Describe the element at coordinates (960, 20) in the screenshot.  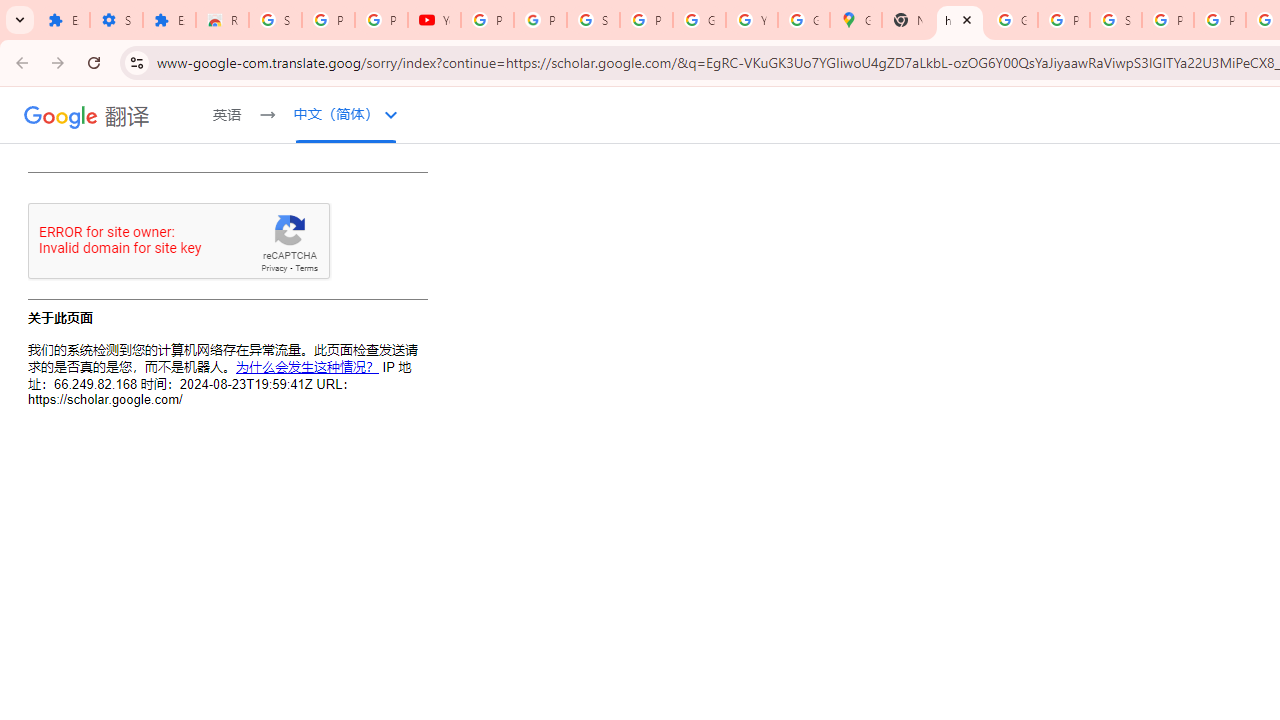
I see `'https://scholar.google.com/'` at that location.